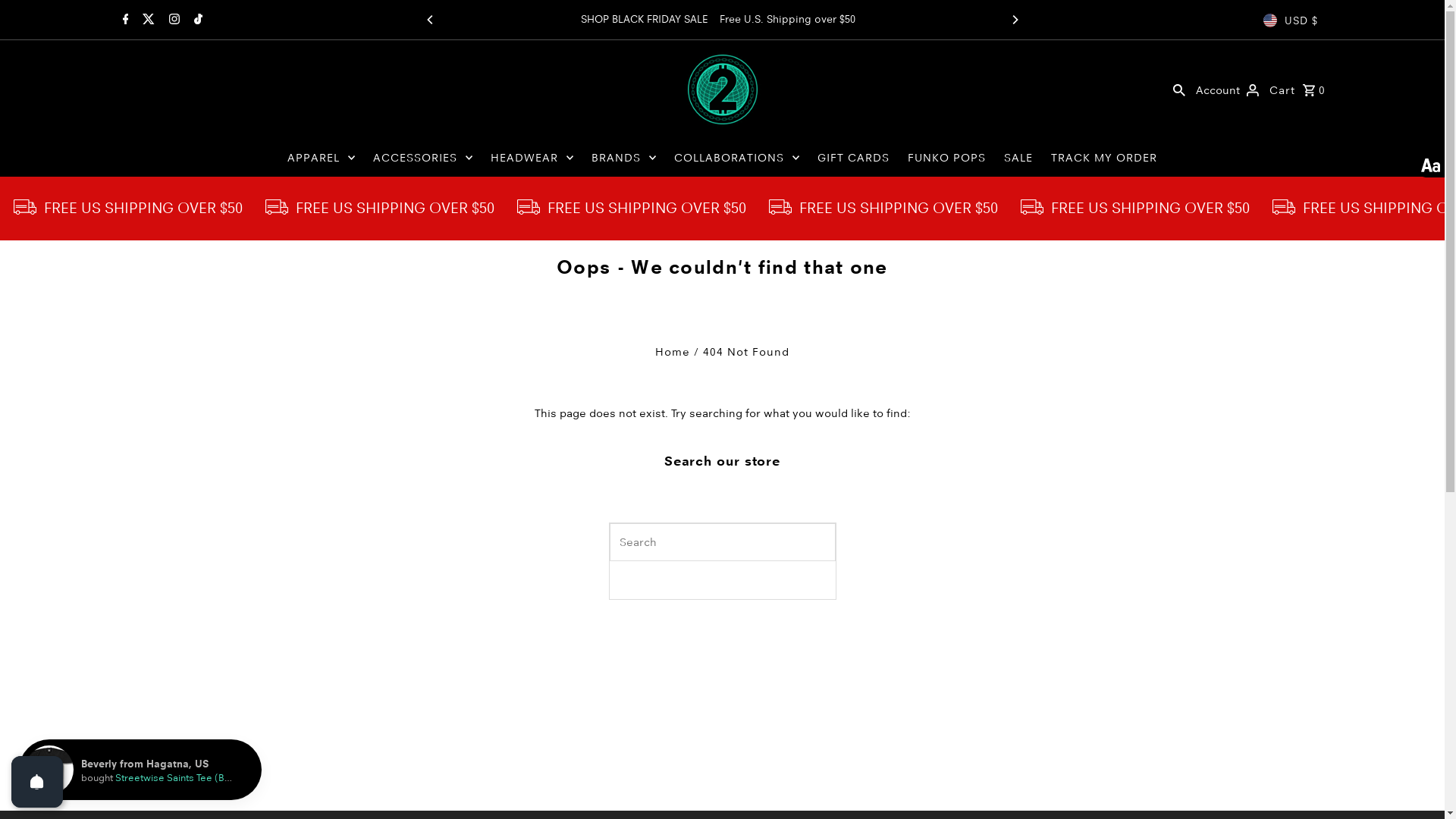 This screenshot has width=1456, height=819. What do you see at coordinates (946, 158) in the screenshot?
I see `'FUNKO POPS'` at bounding box center [946, 158].